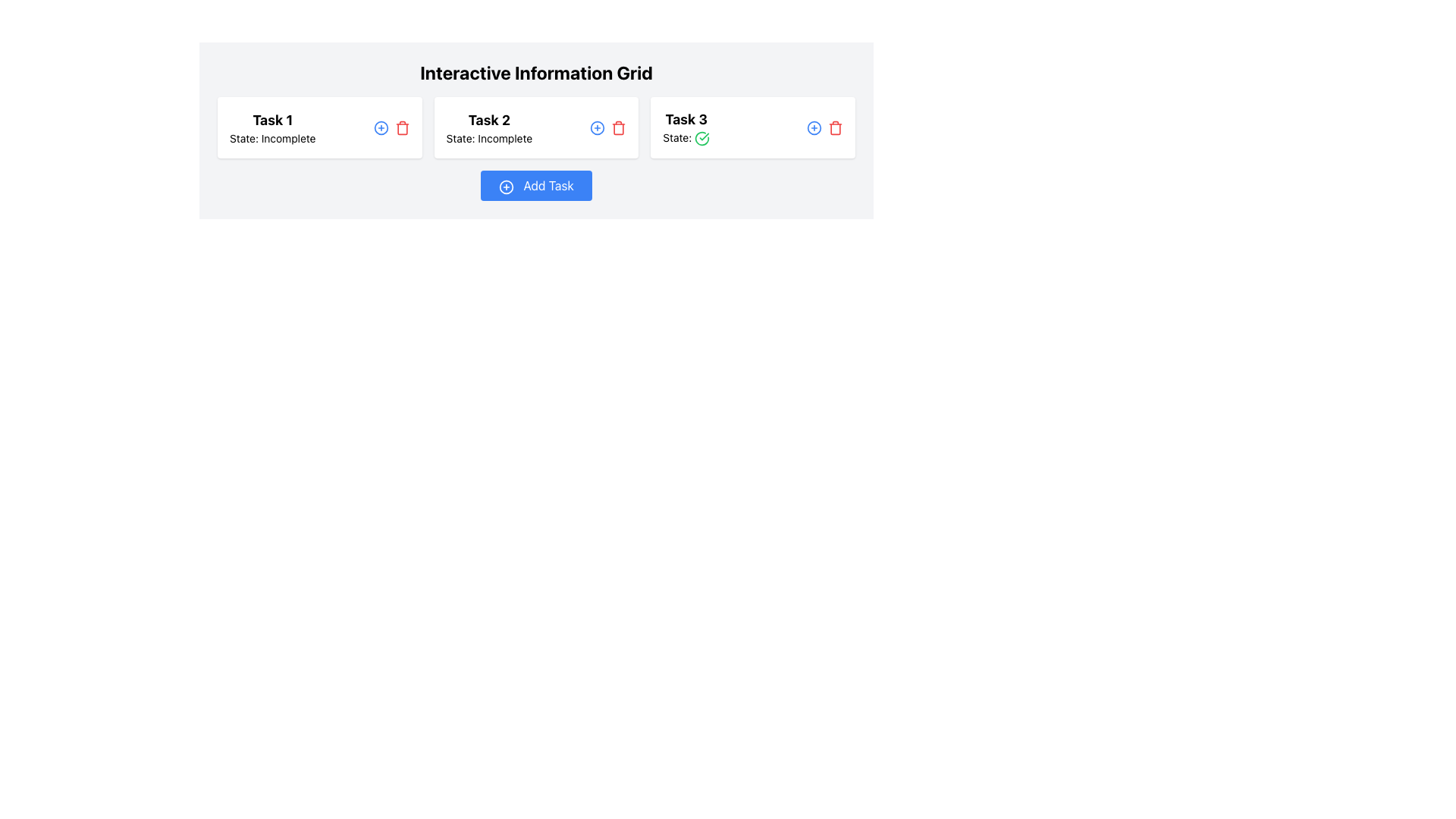 The height and width of the screenshot is (819, 1456). Describe the element at coordinates (814, 127) in the screenshot. I see `the central circular graphical element of the 'plus' symbol icon next to 'Task 3' in the 'Interactive Information Grid'` at that location.